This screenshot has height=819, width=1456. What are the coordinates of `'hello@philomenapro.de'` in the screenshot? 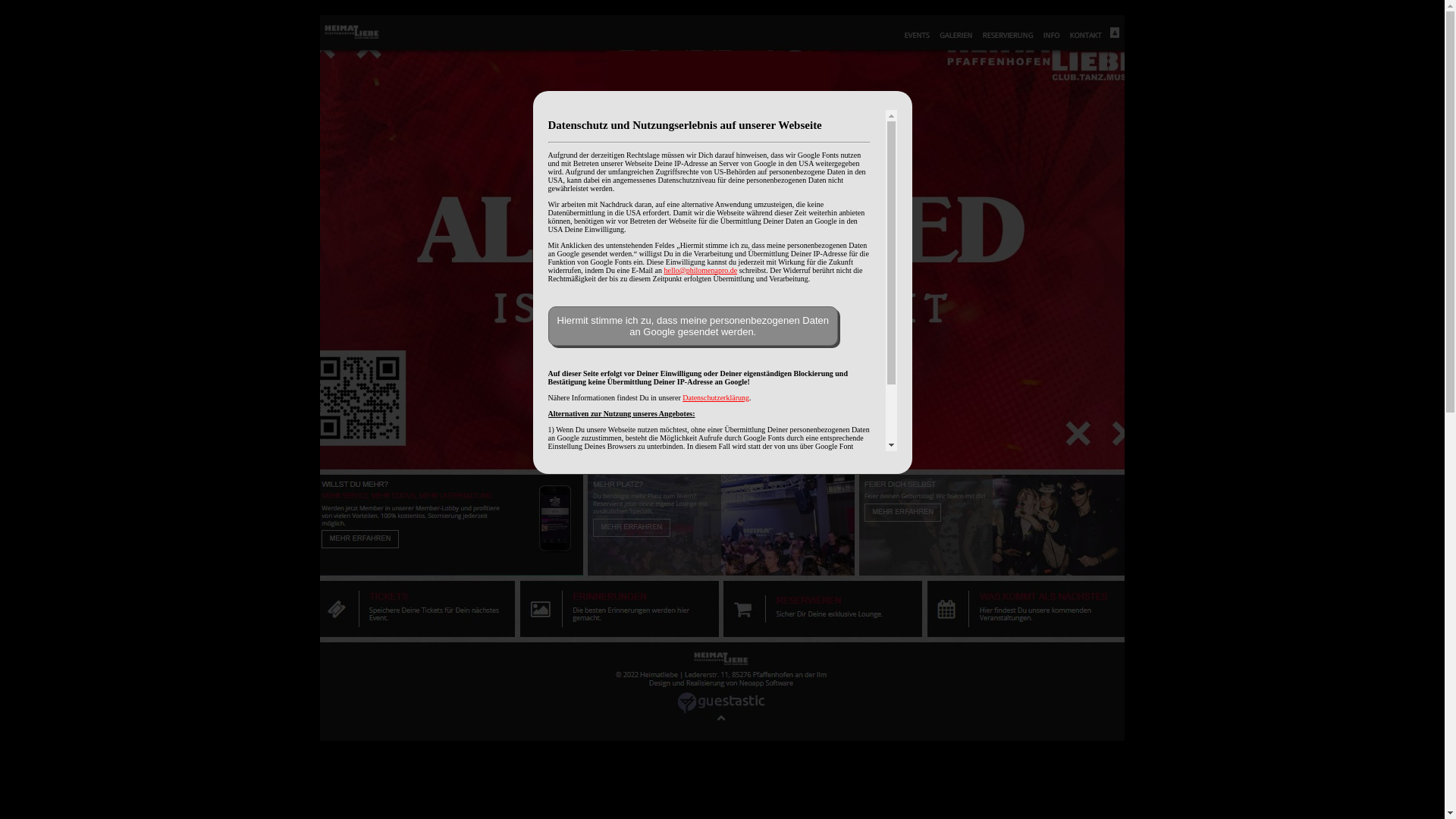 It's located at (700, 269).